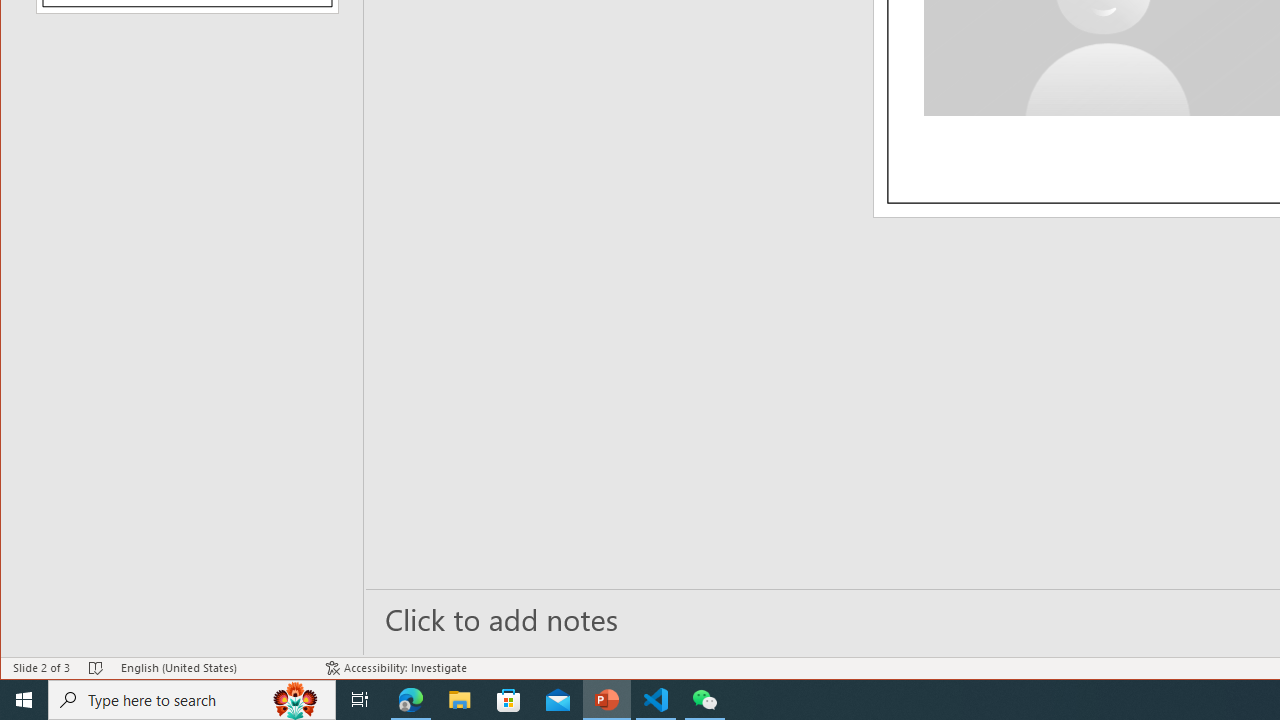 This screenshot has height=720, width=1280. Describe the element at coordinates (24, 698) in the screenshot. I see `'Start'` at that location.